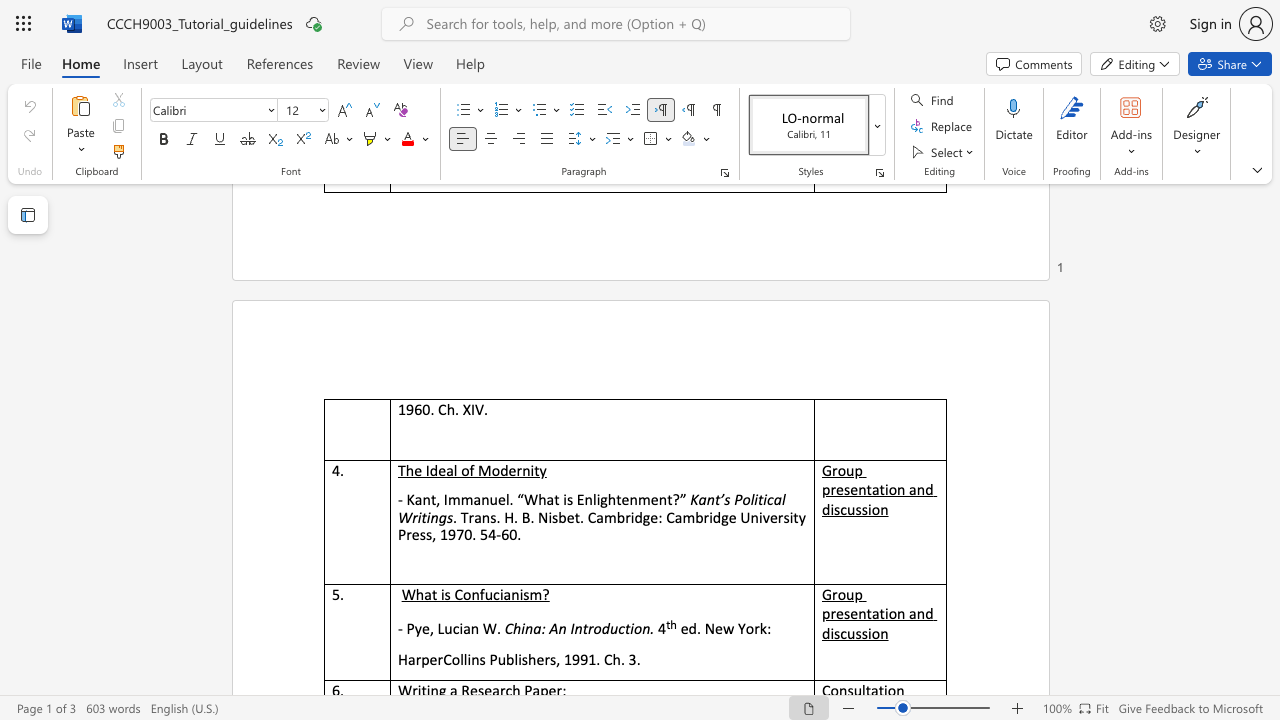 The width and height of the screenshot is (1280, 720). Describe the element at coordinates (620, 498) in the screenshot. I see `the subset text "en" within the text "- Kant, Immanuel. “What is Enlightenment?”"` at that location.